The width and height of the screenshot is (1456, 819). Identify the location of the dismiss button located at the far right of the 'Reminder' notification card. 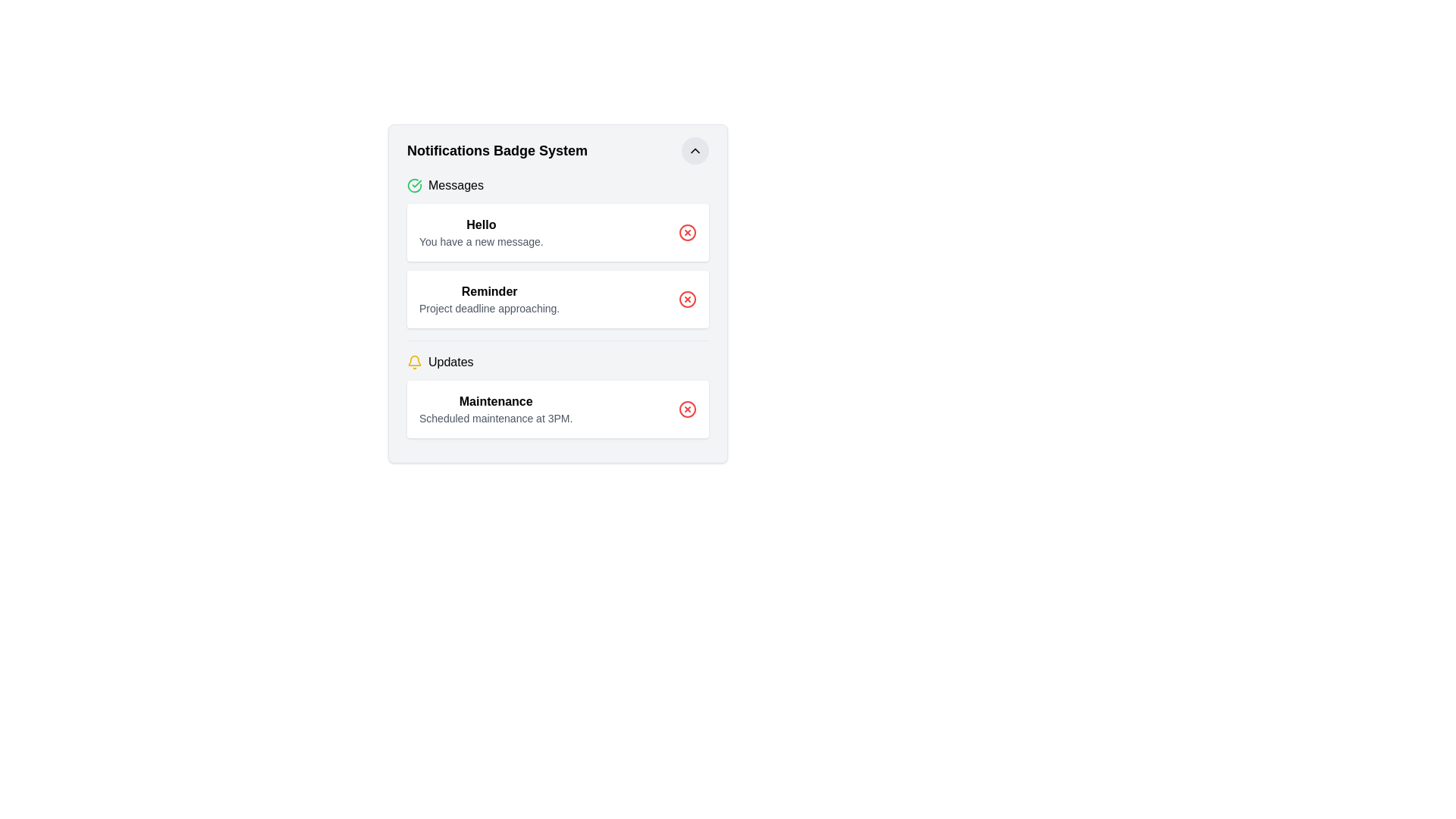
(687, 299).